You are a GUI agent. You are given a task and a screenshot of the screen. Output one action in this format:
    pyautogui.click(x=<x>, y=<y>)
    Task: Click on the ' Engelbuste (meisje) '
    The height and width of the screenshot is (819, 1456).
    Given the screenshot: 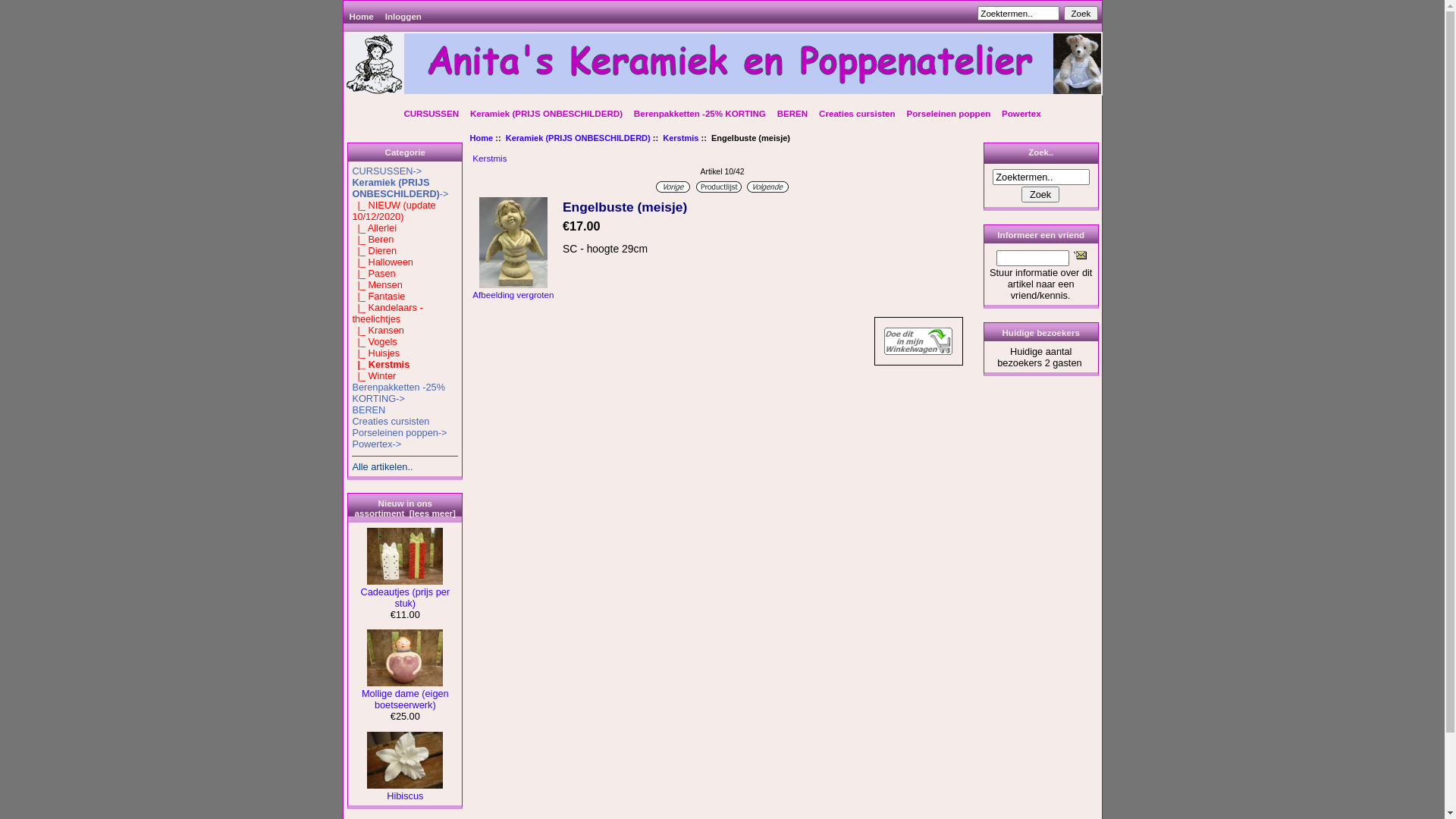 What is the action you would take?
    pyautogui.click(x=513, y=242)
    